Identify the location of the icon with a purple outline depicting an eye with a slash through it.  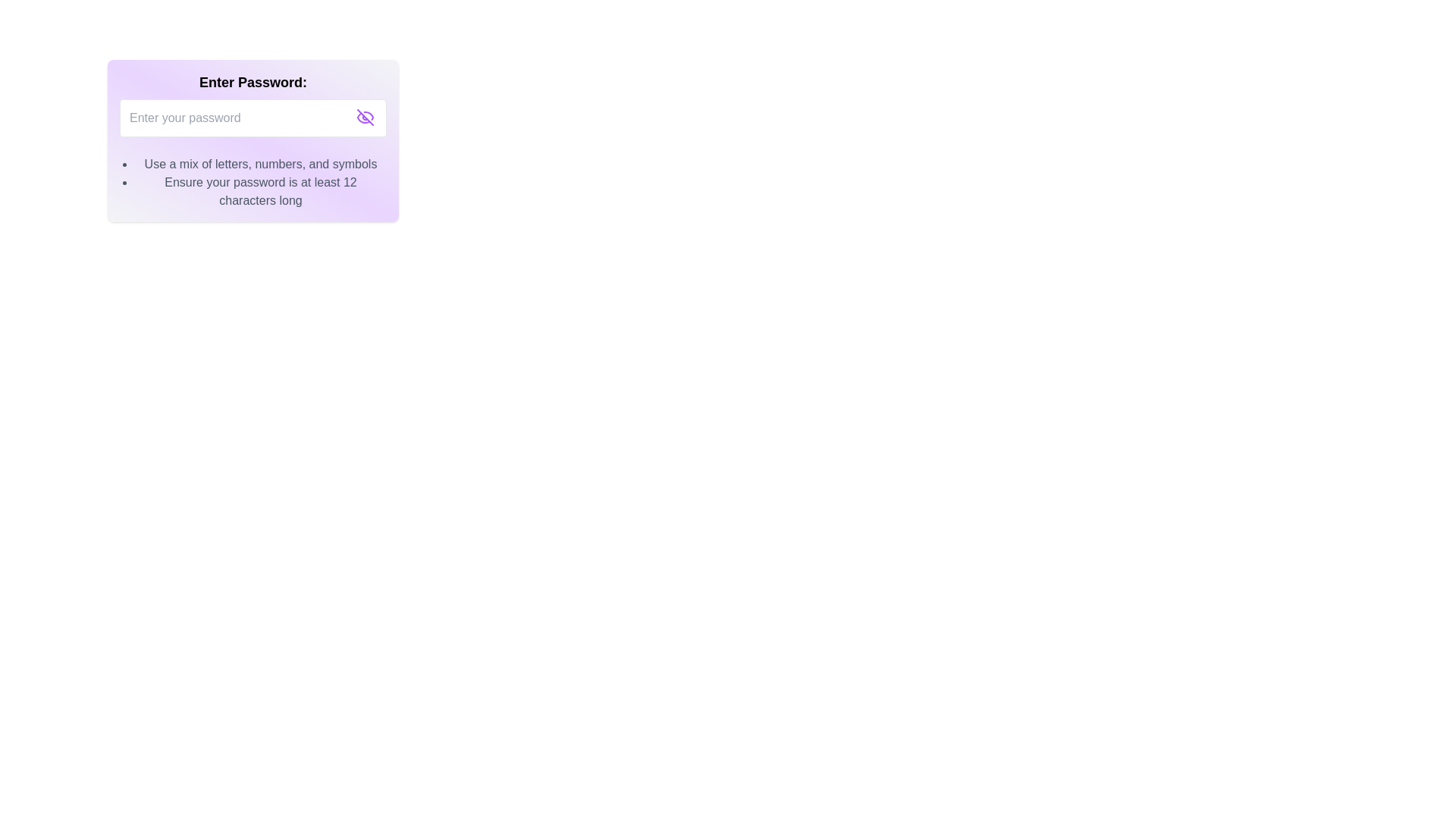
(365, 116).